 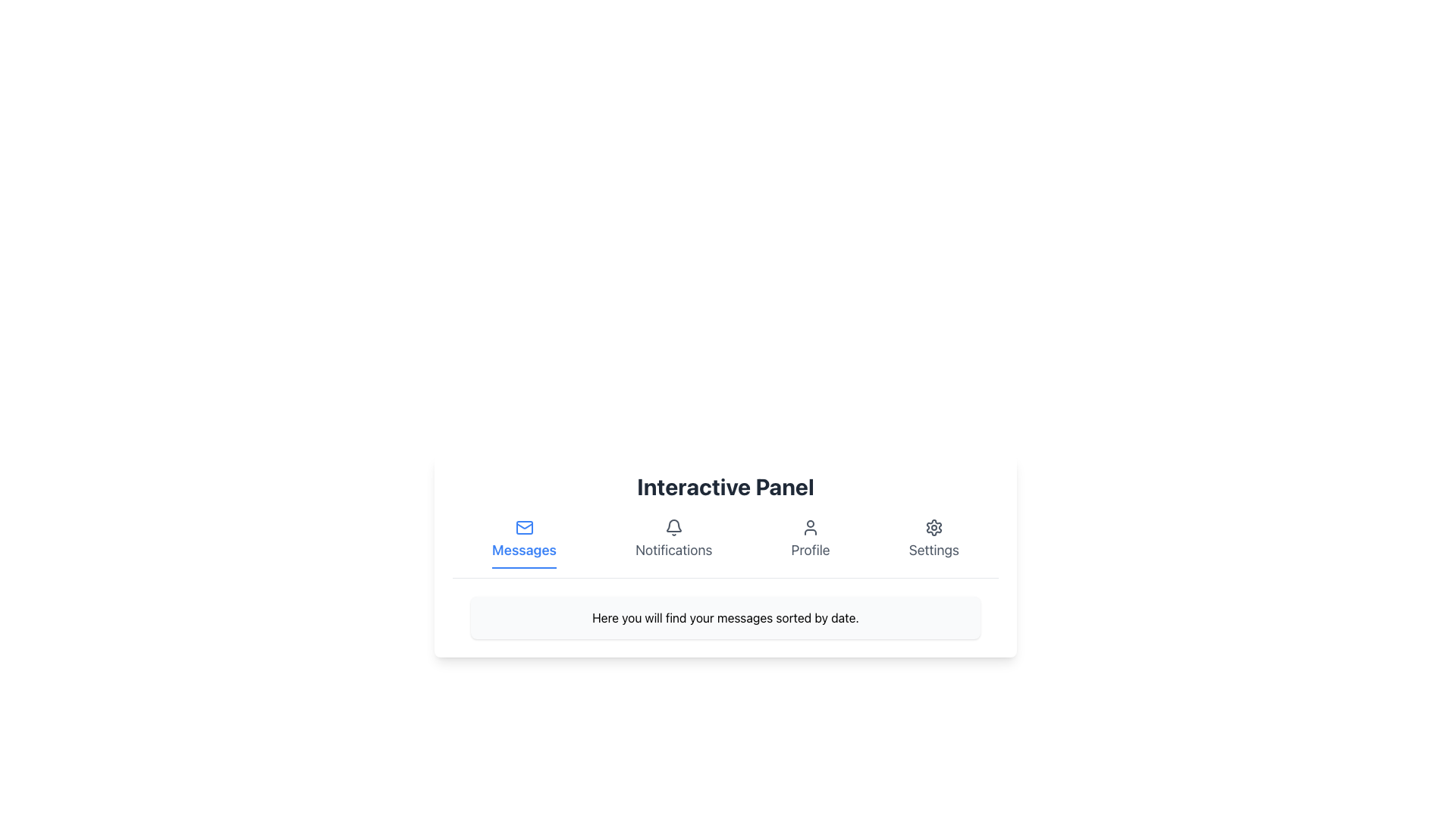 What do you see at coordinates (724, 617) in the screenshot?
I see `the static text label providing context for the 'Messages' section located under the 'Interactive Panel' header` at bounding box center [724, 617].